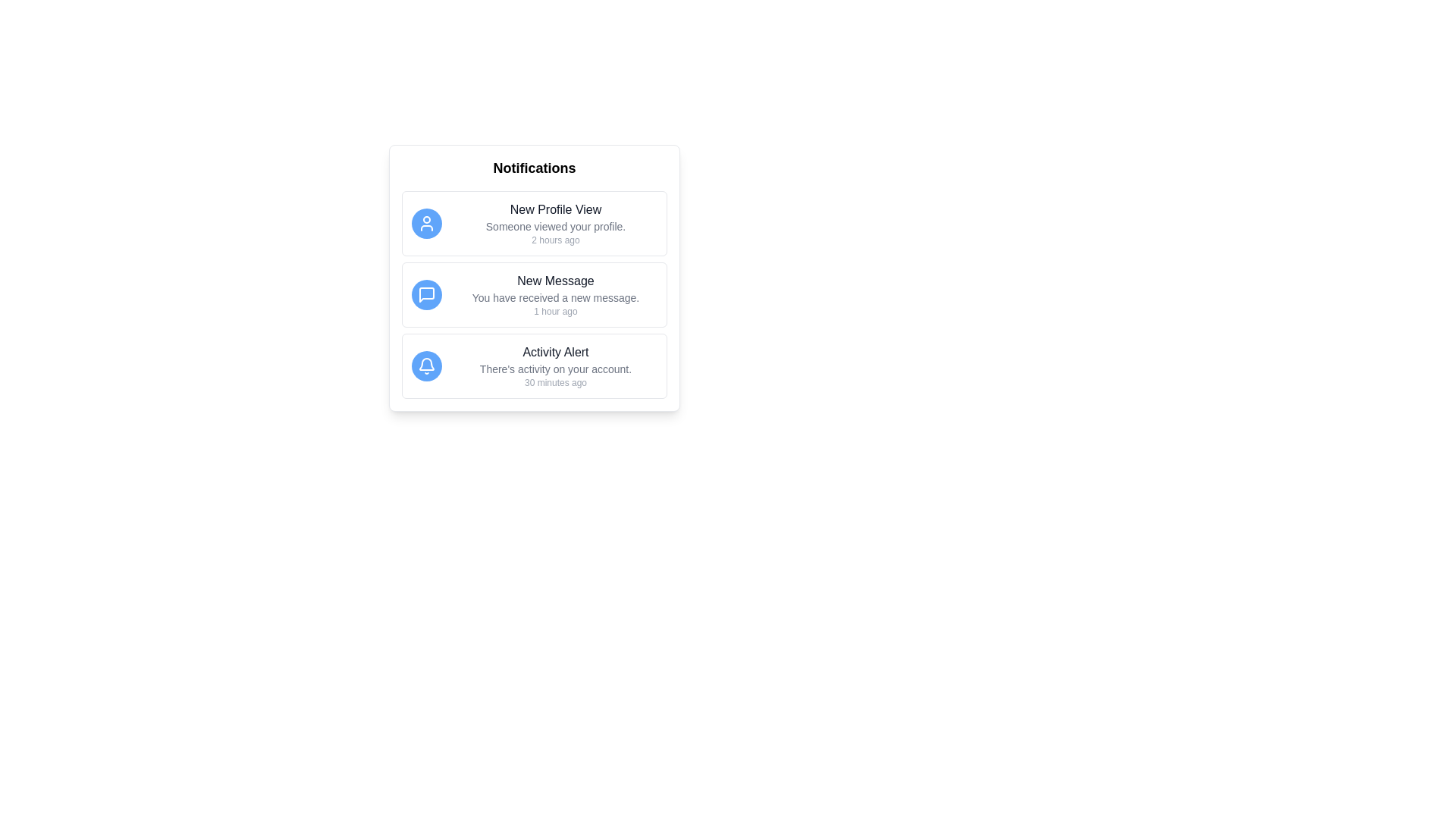 The image size is (1456, 819). I want to click on the text element that reads "There's activity on your account." located in the "Activity Alert" block, positioned beneath the heading "Activity Alert.", so click(555, 369).